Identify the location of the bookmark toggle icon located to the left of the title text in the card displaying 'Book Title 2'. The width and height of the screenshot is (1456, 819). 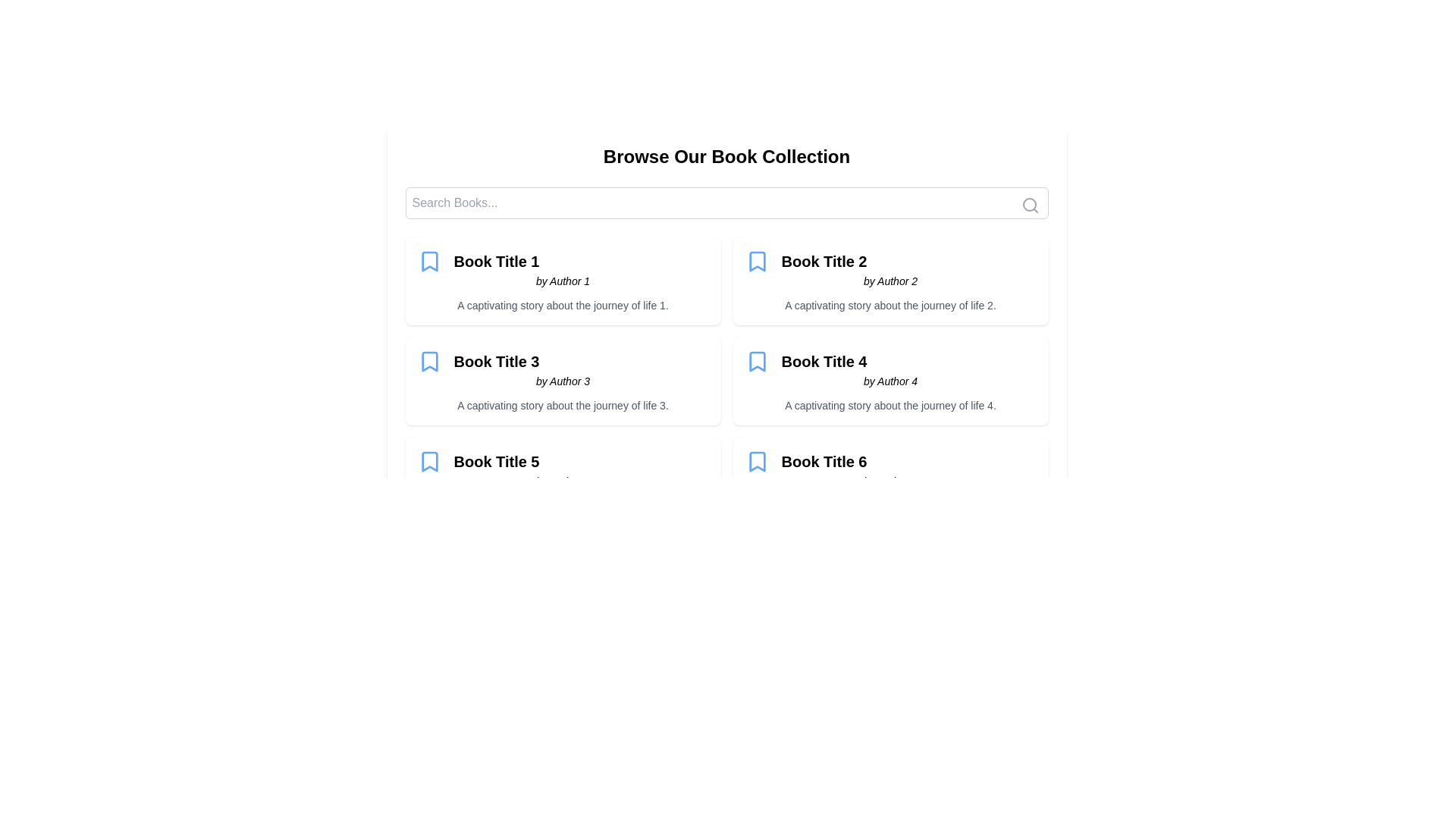
(757, 260).